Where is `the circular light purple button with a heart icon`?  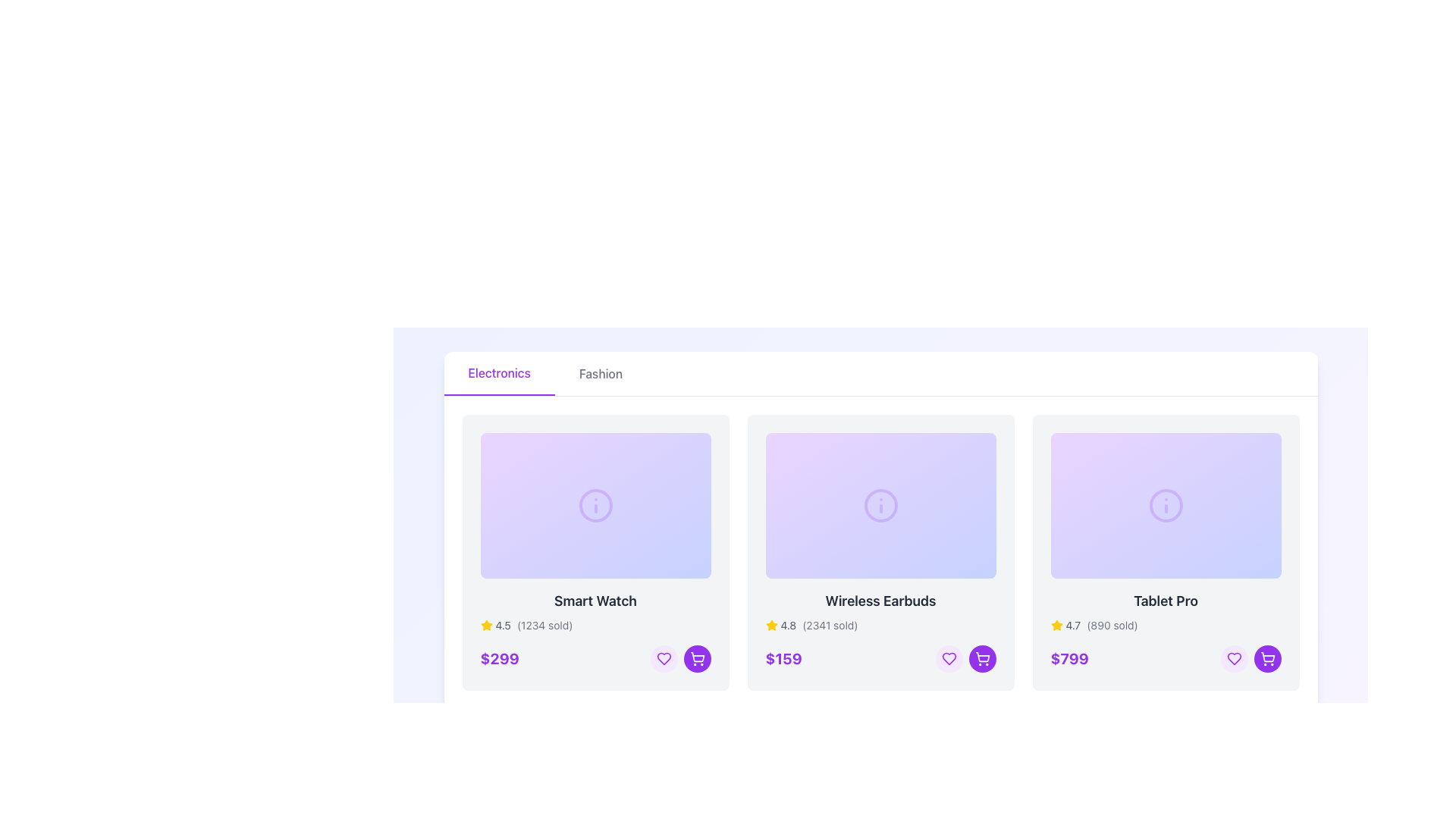 the circular light purple button with a heart icon is located at coordinates (948, 657).